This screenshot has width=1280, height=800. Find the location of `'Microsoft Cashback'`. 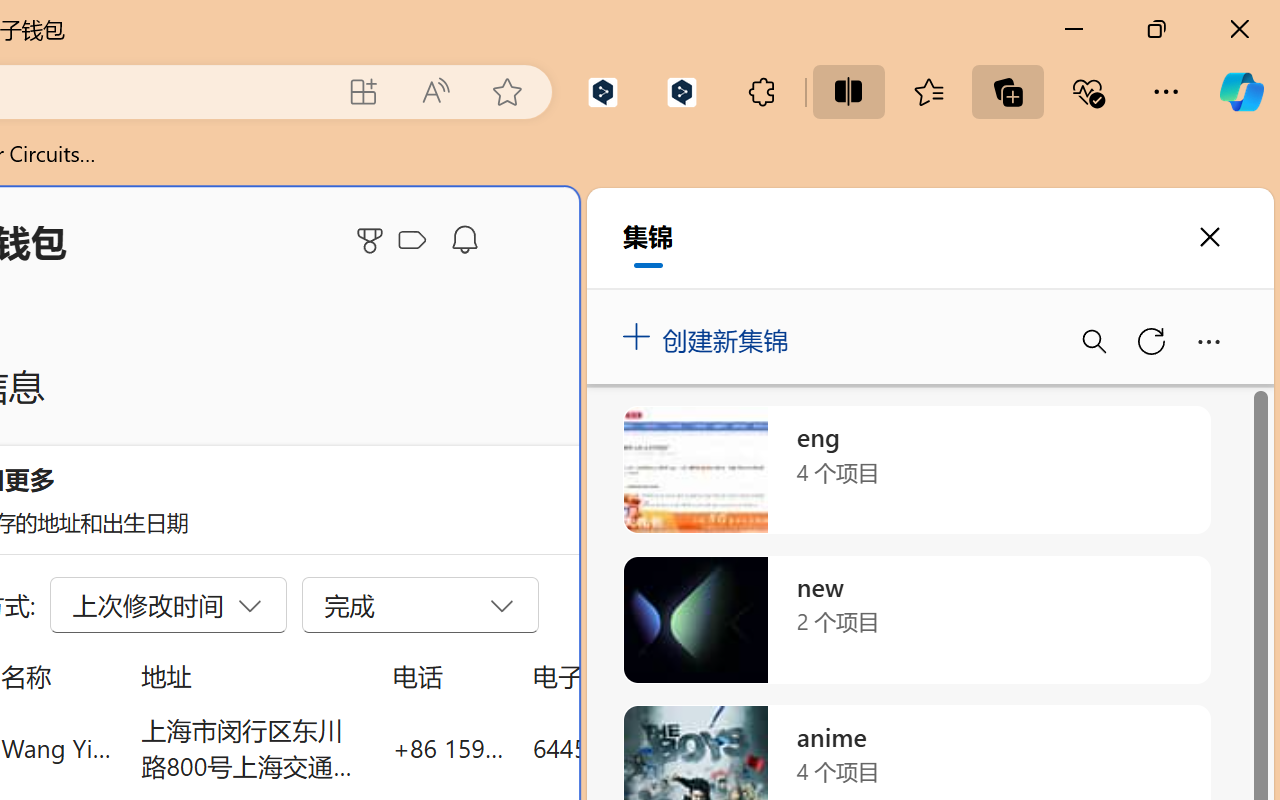

'Microsoft Cashback' is located at coordinates (415, 240).